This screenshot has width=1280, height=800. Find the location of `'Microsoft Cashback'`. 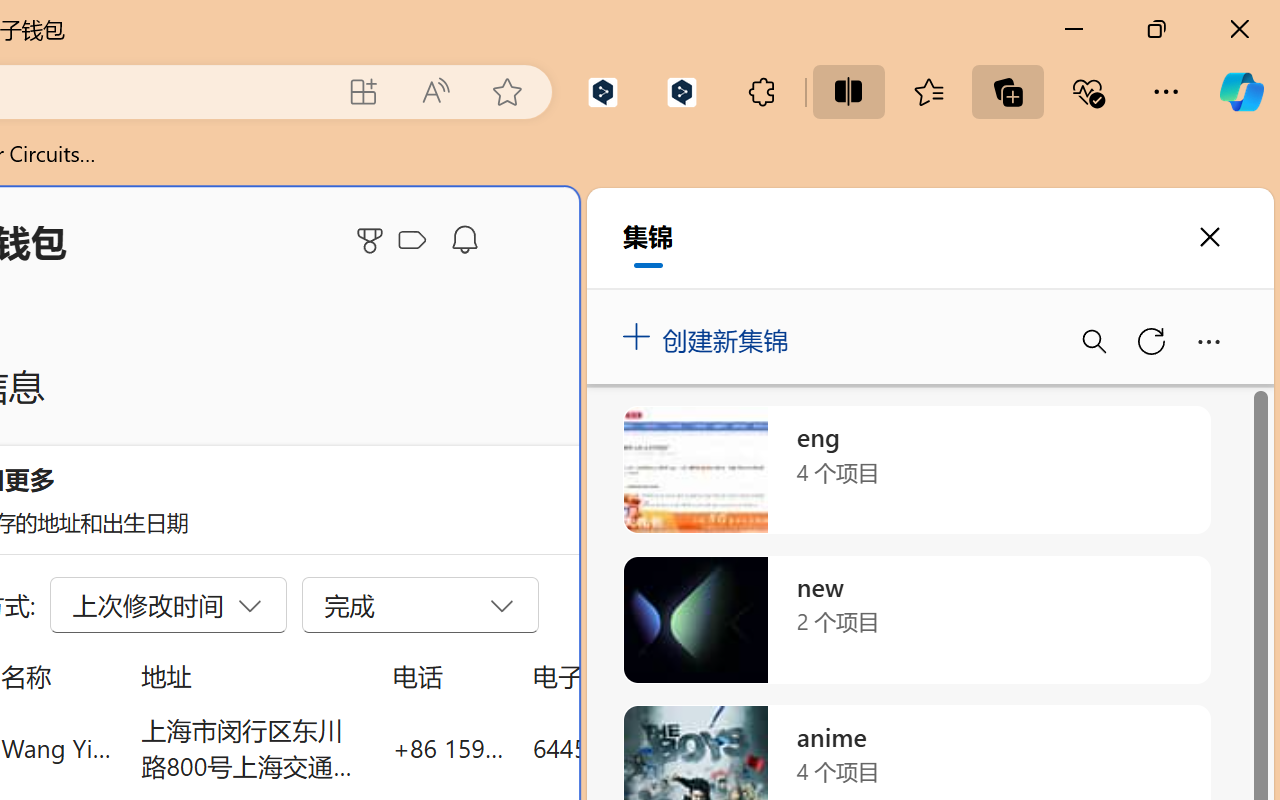

'Microsoft Cashback' is located at coordinates (415, 240).